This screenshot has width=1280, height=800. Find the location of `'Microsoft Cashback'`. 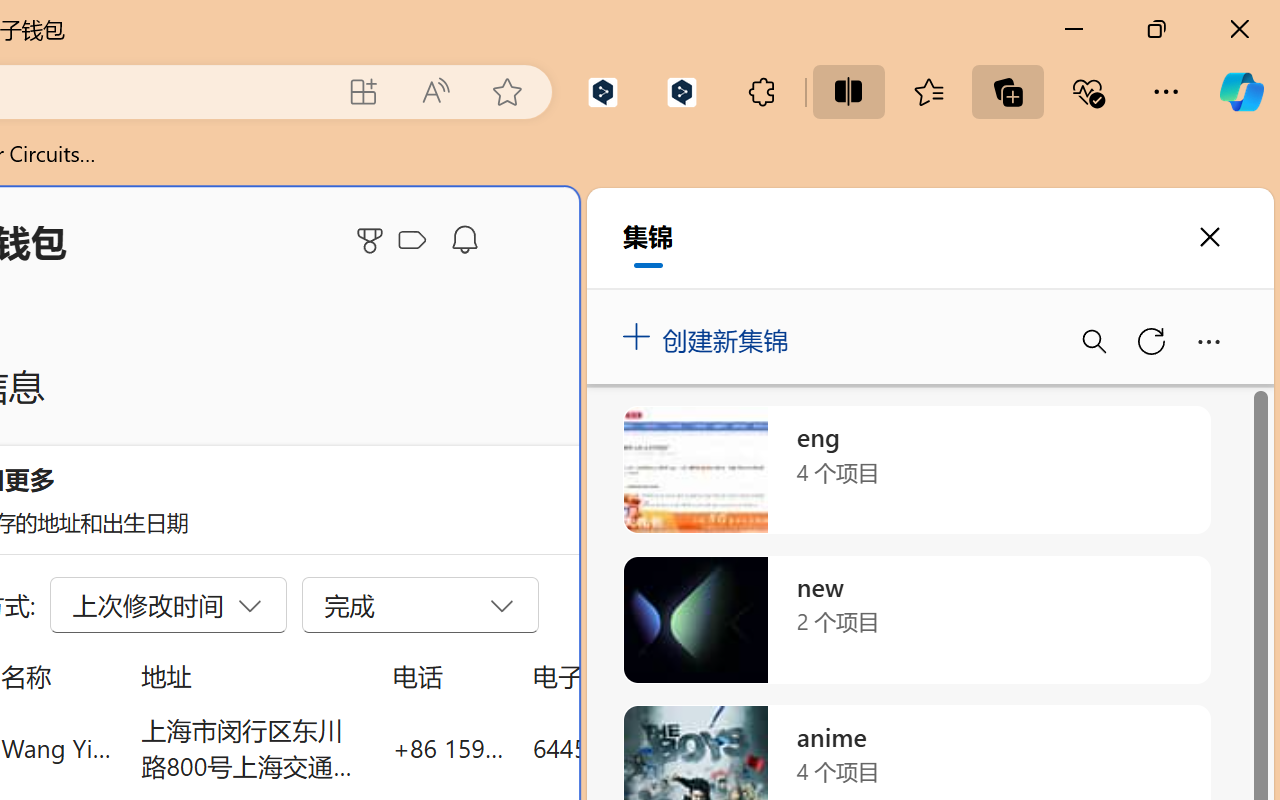

'Microsoft Cashback' is located at coordinates (415, 240).